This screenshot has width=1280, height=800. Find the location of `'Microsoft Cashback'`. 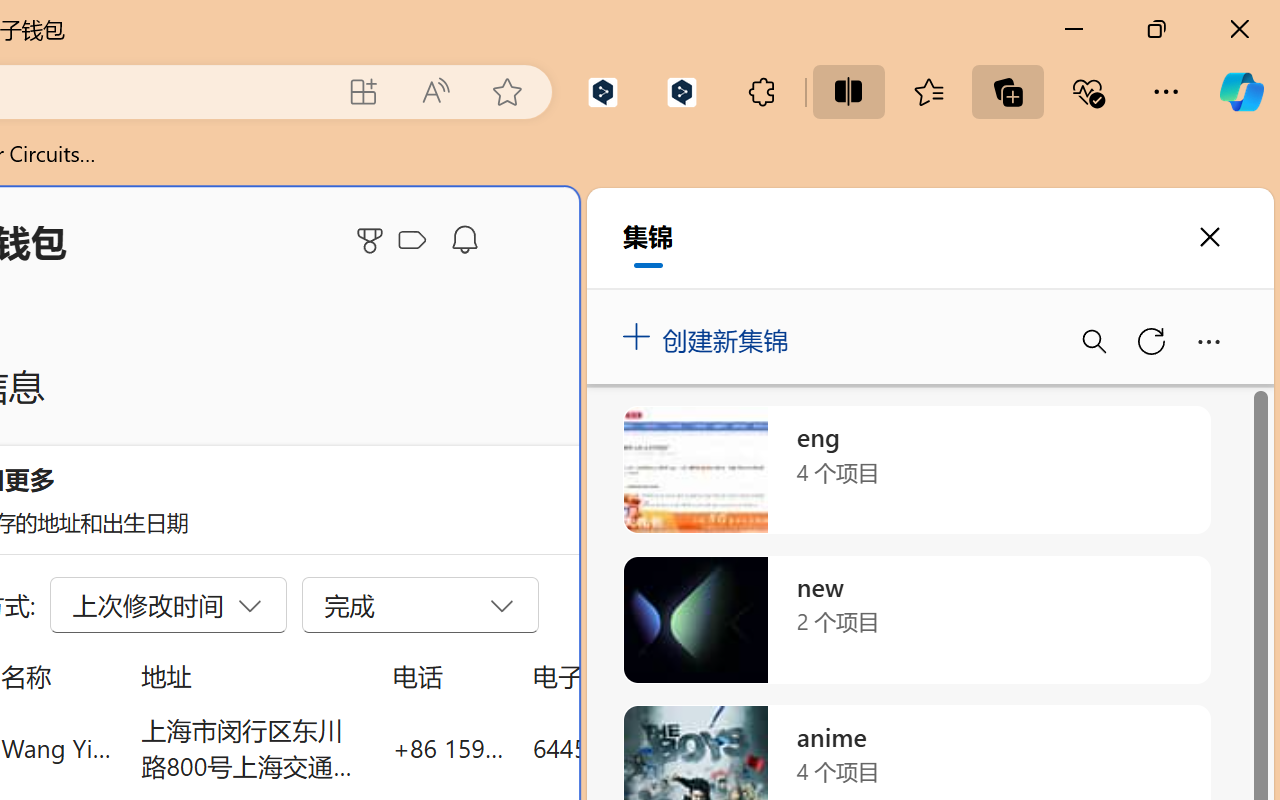

'Microsoft Cashback' is located at coordinates (415, 240).